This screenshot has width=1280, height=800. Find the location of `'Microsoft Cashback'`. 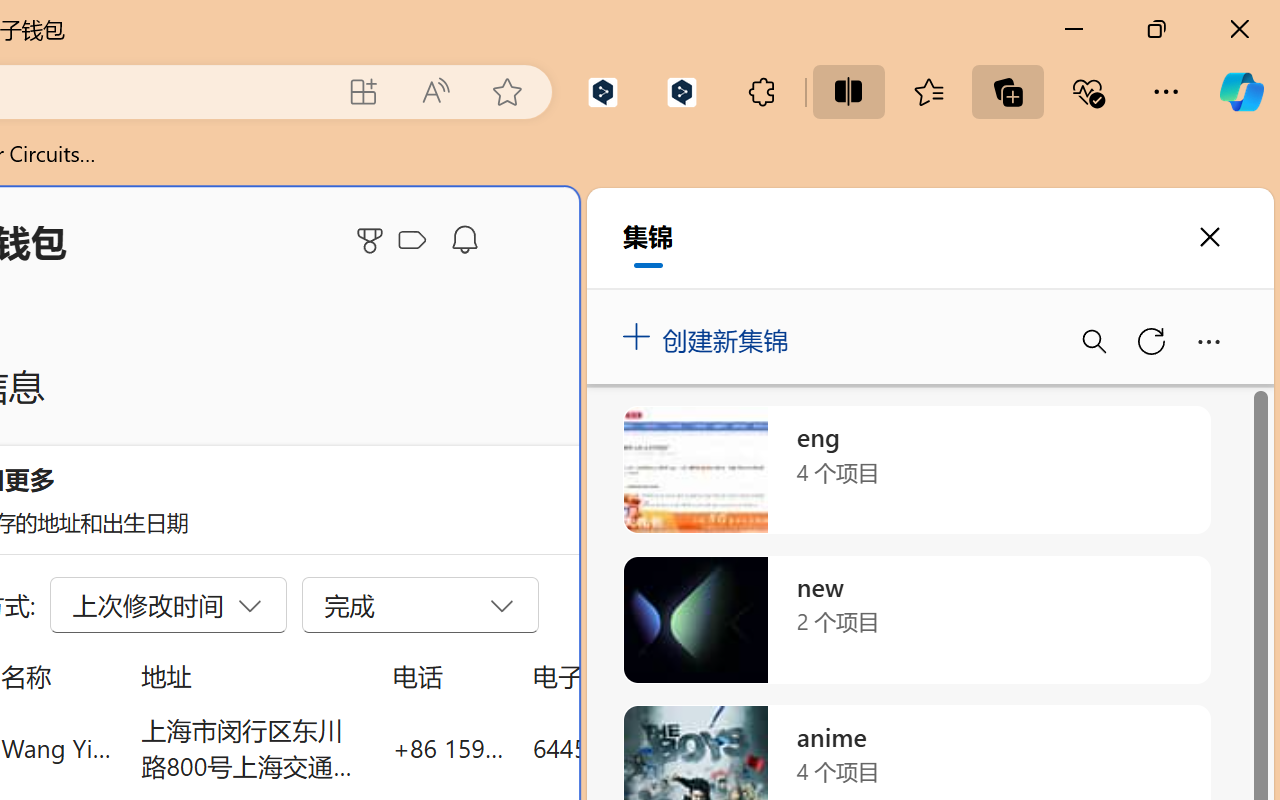

'Microsoft Cashback' is located at coordinates (415, 240).